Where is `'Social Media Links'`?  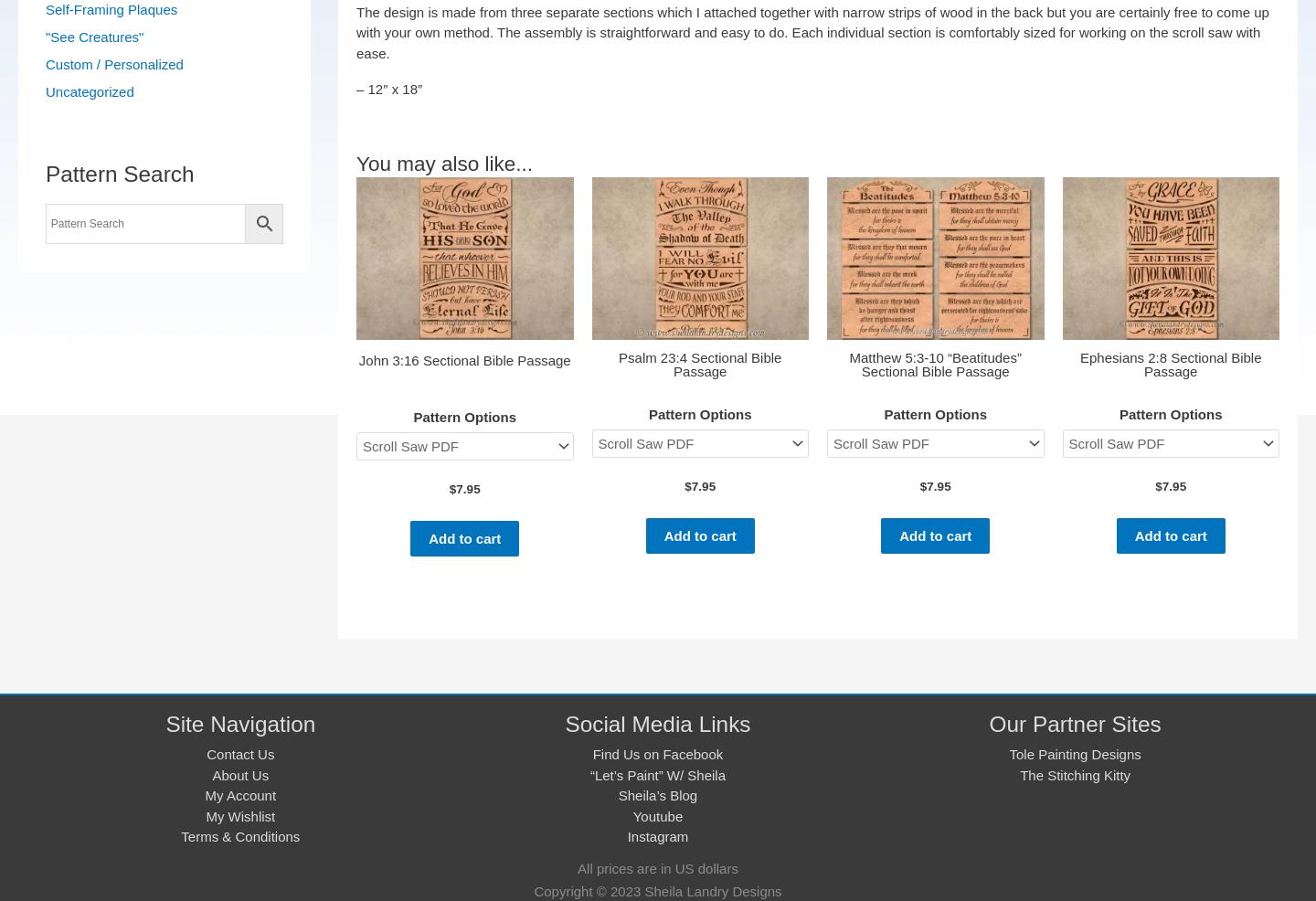 'Social Media Links' is located at coordinates (564, 723).